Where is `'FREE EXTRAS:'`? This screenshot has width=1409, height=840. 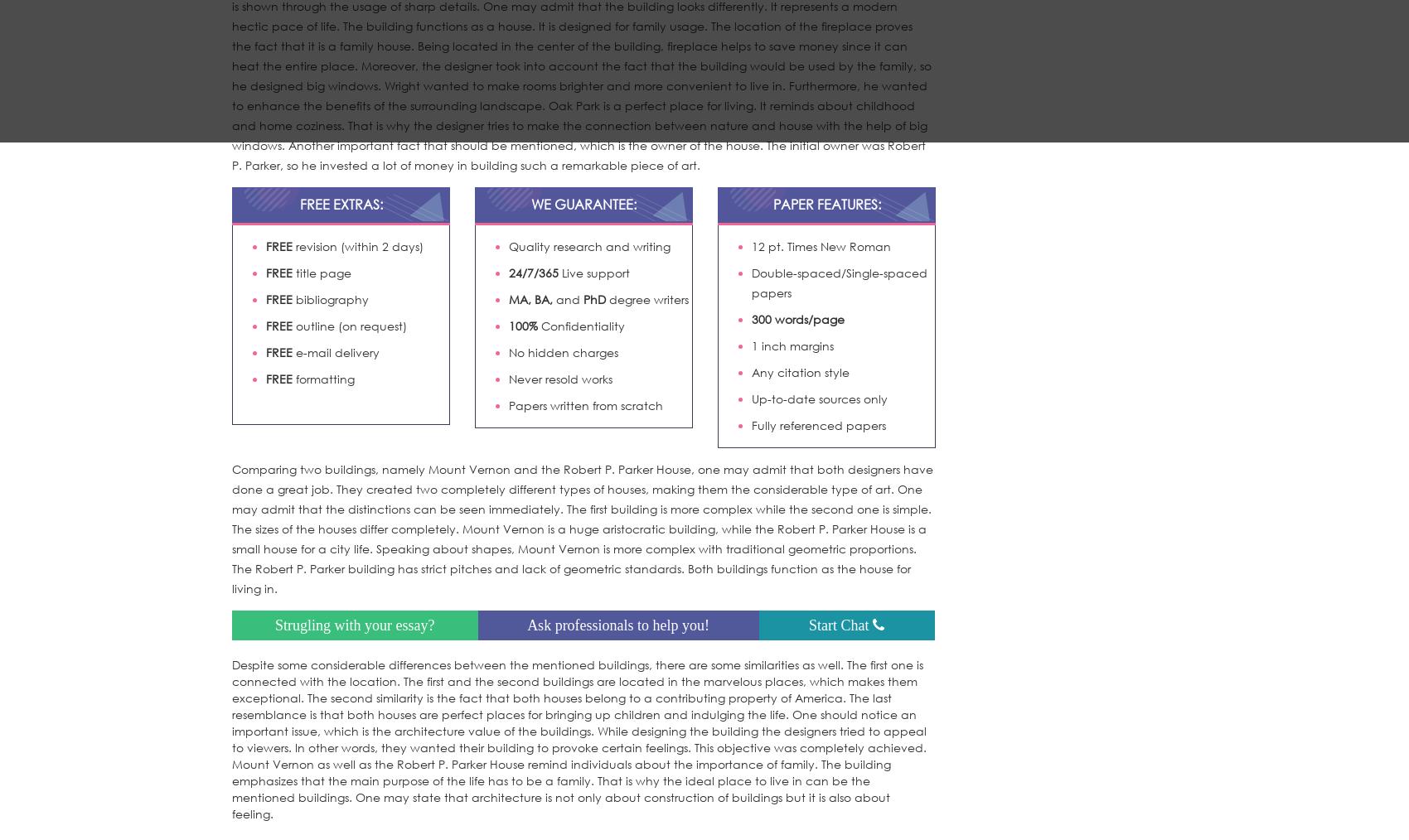
'FREE EXTRAS:' is located at coordinates (340, 204).